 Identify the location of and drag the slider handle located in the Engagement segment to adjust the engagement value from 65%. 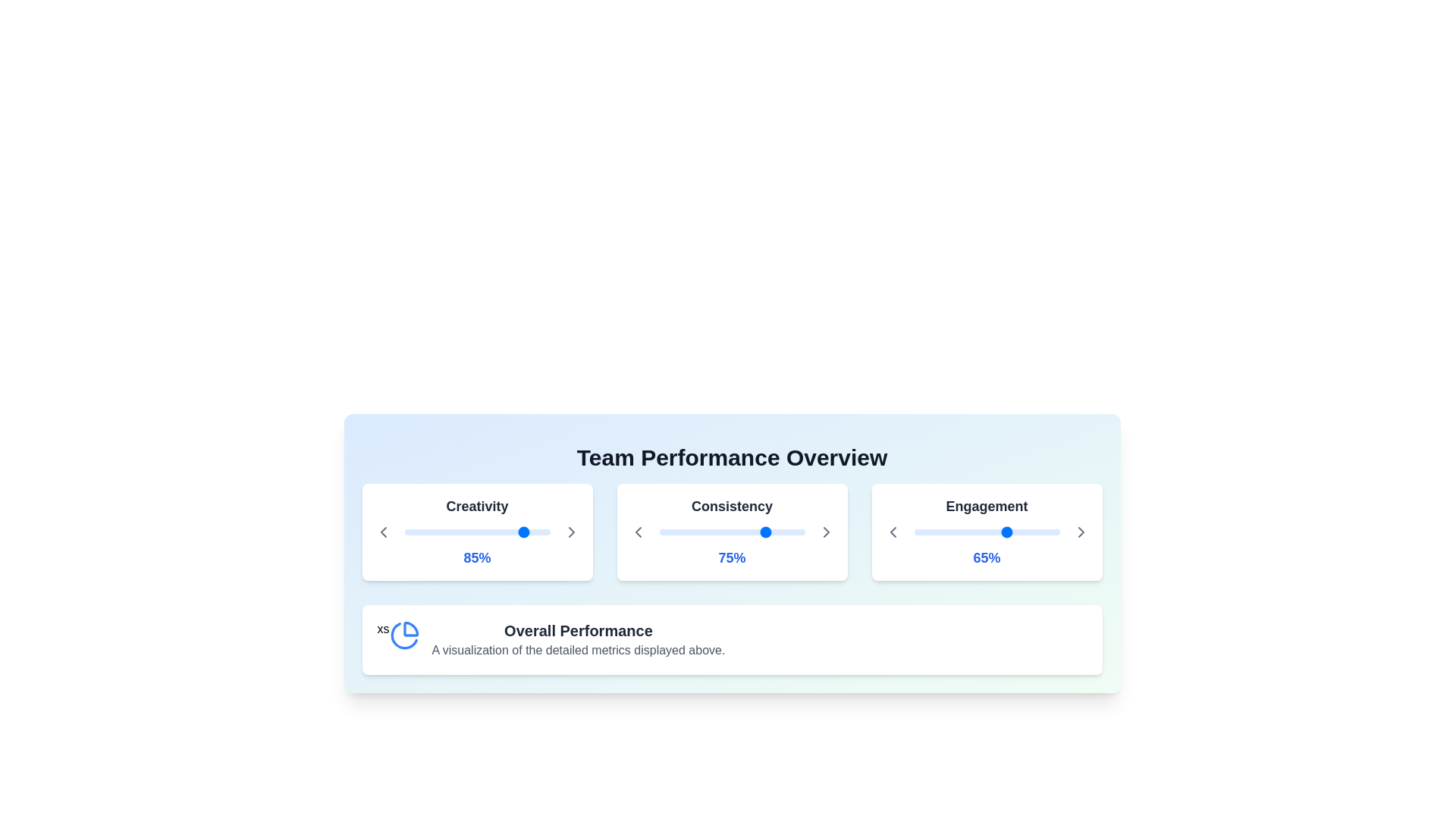
(987, 532).